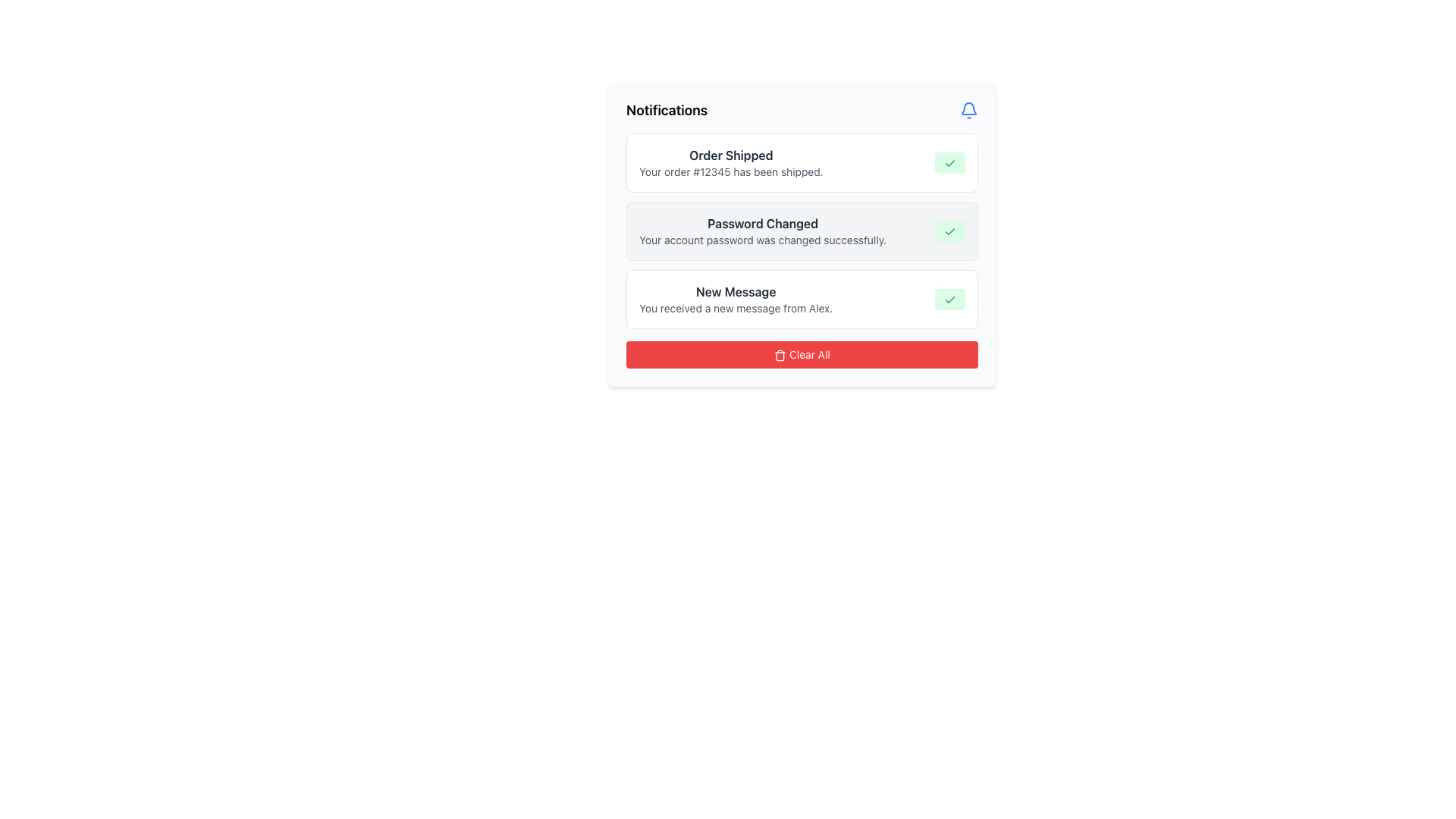 The width and height of the screenshot is (1456, 819). I want to click on the checkmark icon within the 'Order Shipped' notification, which is located on the right-hand side of the text field in a green-highlighted rounded rectangular background, so click(949, 164).